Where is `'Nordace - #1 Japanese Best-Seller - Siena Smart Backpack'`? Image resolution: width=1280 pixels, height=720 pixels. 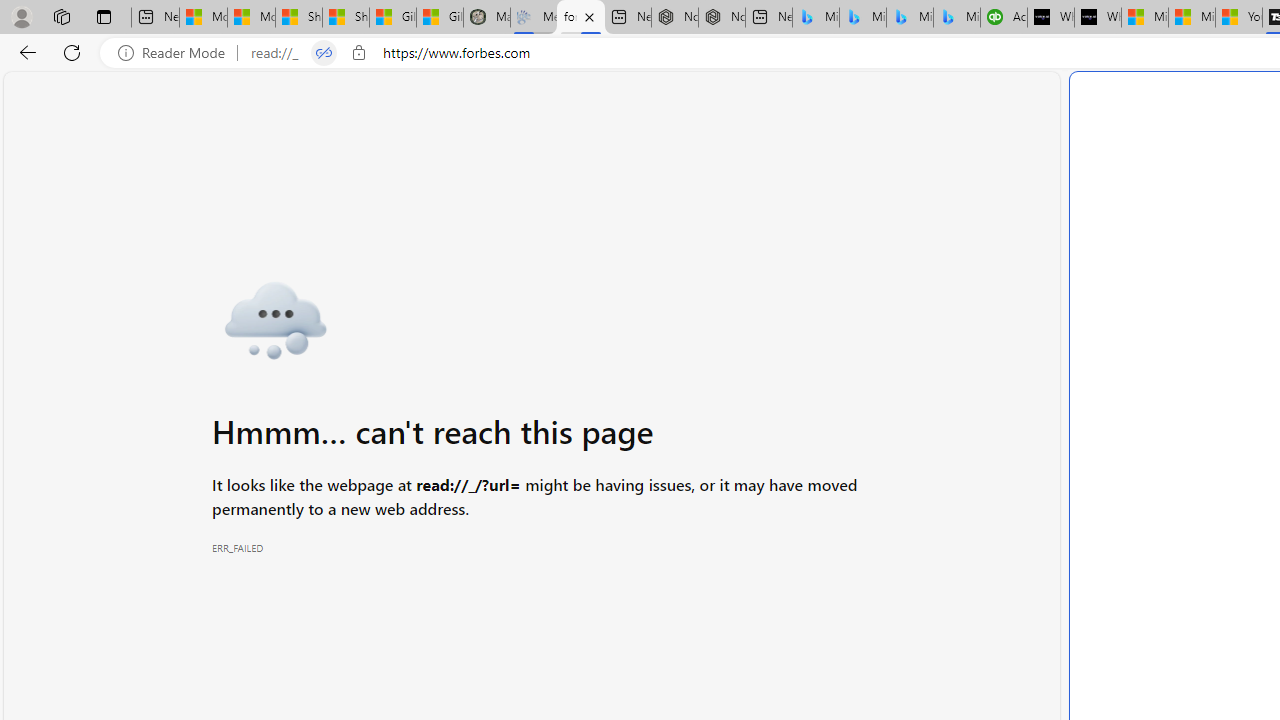 'Nordace - #1 Japanese Best-Seller - Siena Smart Backpack' is located at coordinates (720, 17).